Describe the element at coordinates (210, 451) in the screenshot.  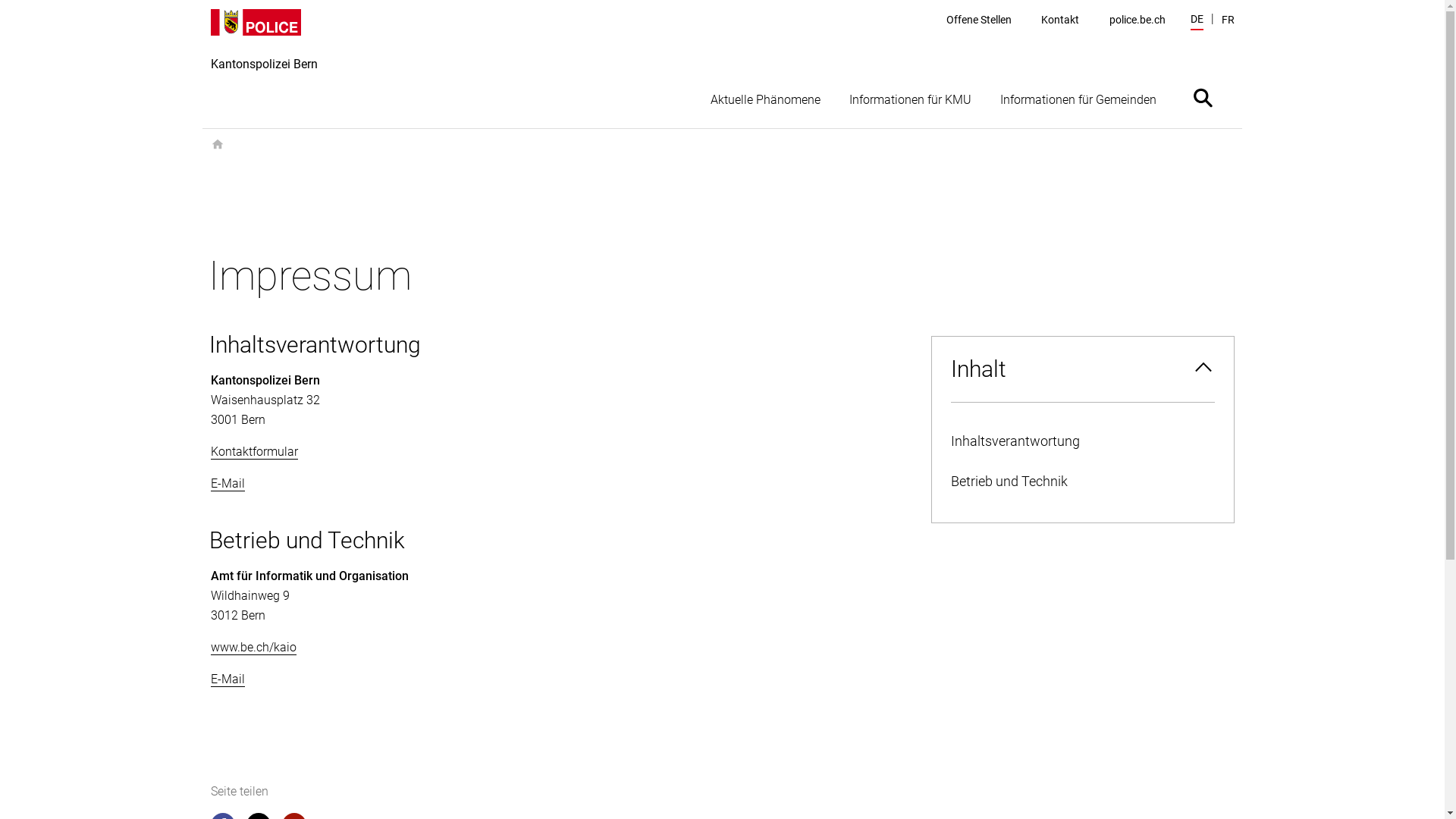
I see `'Kontaktformular'` at that location.